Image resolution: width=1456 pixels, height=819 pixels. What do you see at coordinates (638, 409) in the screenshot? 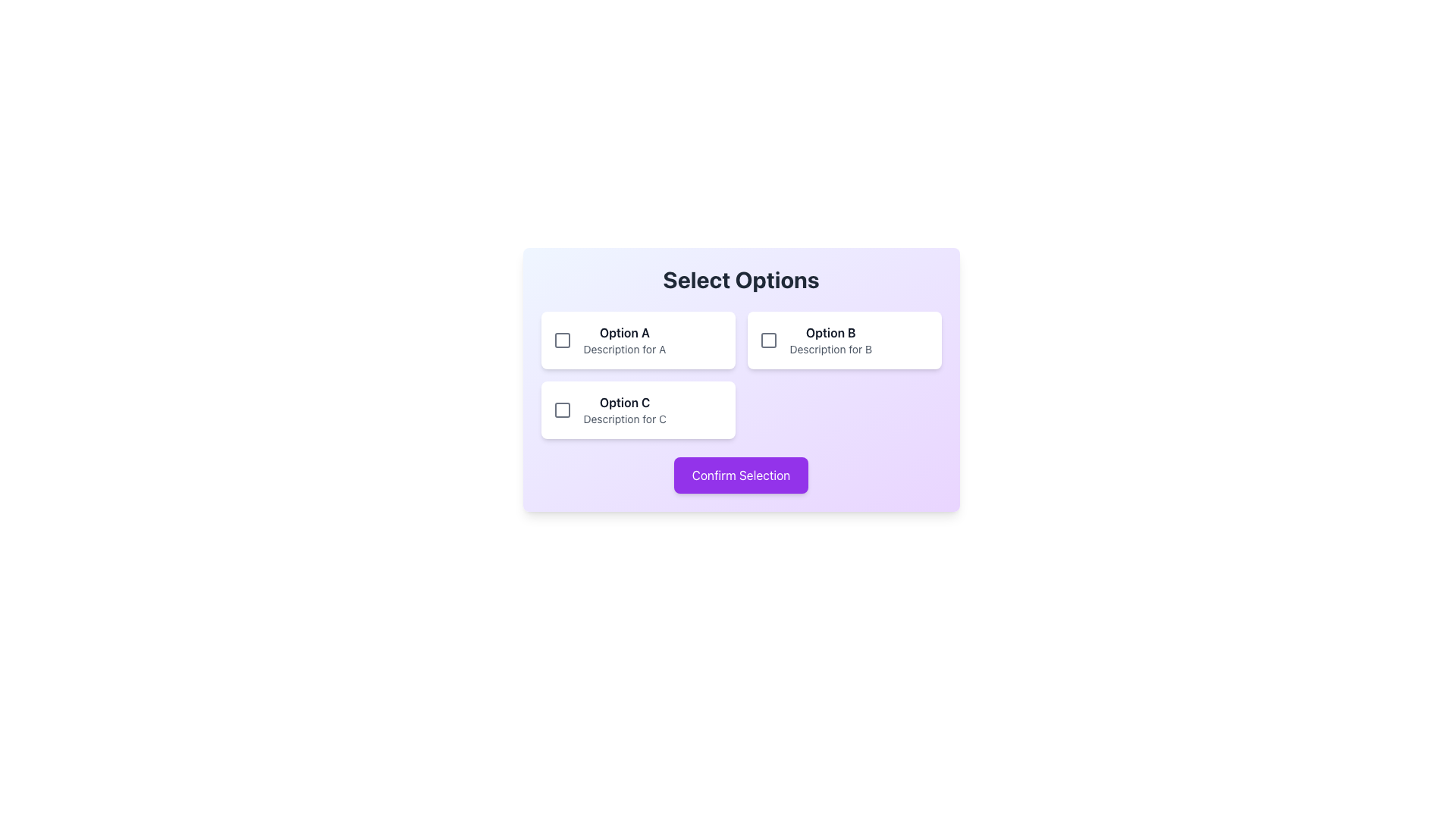
I see `the checkbox of the Option Card located at the bottom-left corner of the grid` at bounding box center [638, 409].